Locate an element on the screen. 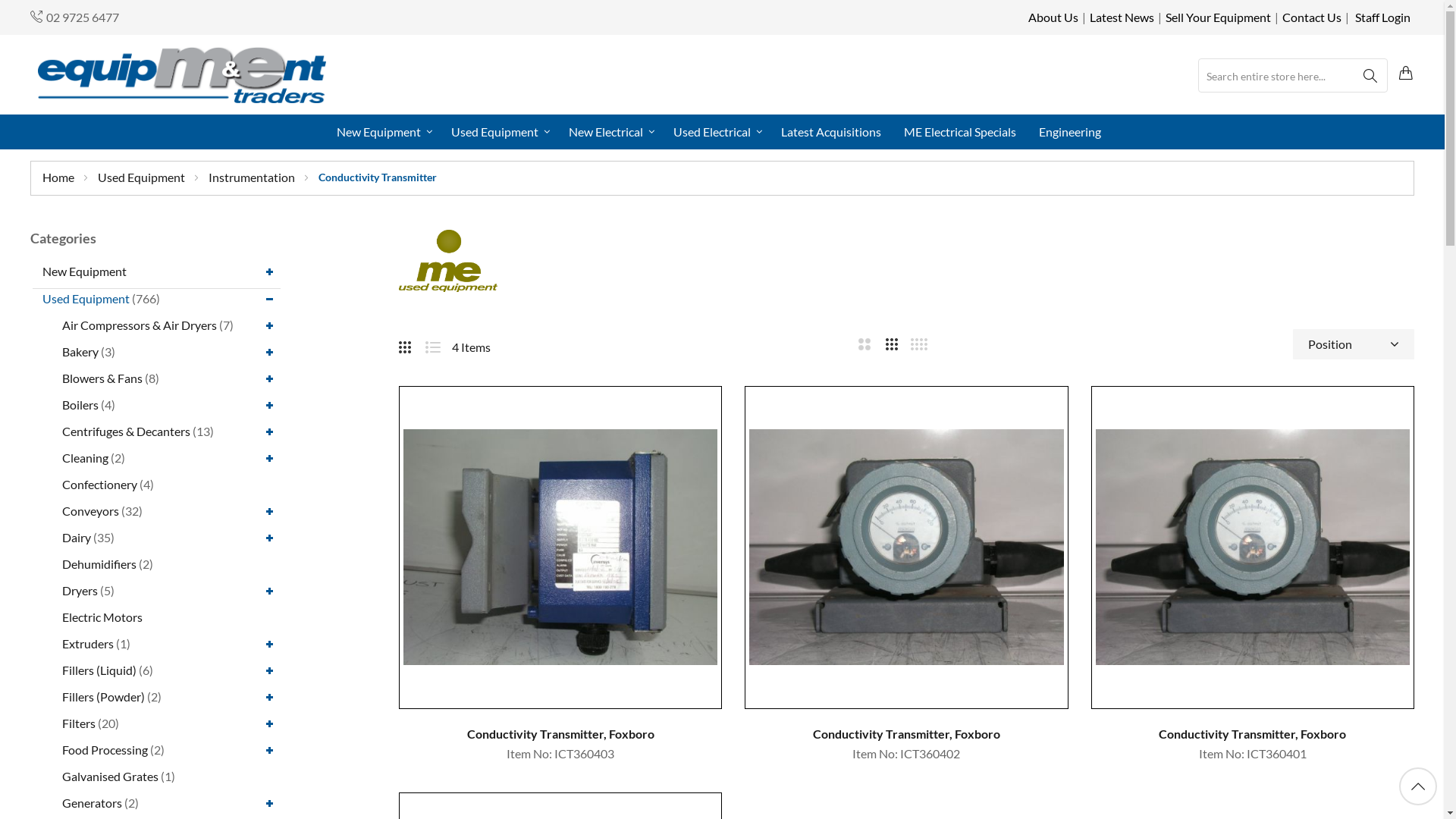 The width and height of the screenshot is (1456, 819). 'Bakery' is located at coordinates (79, 351).